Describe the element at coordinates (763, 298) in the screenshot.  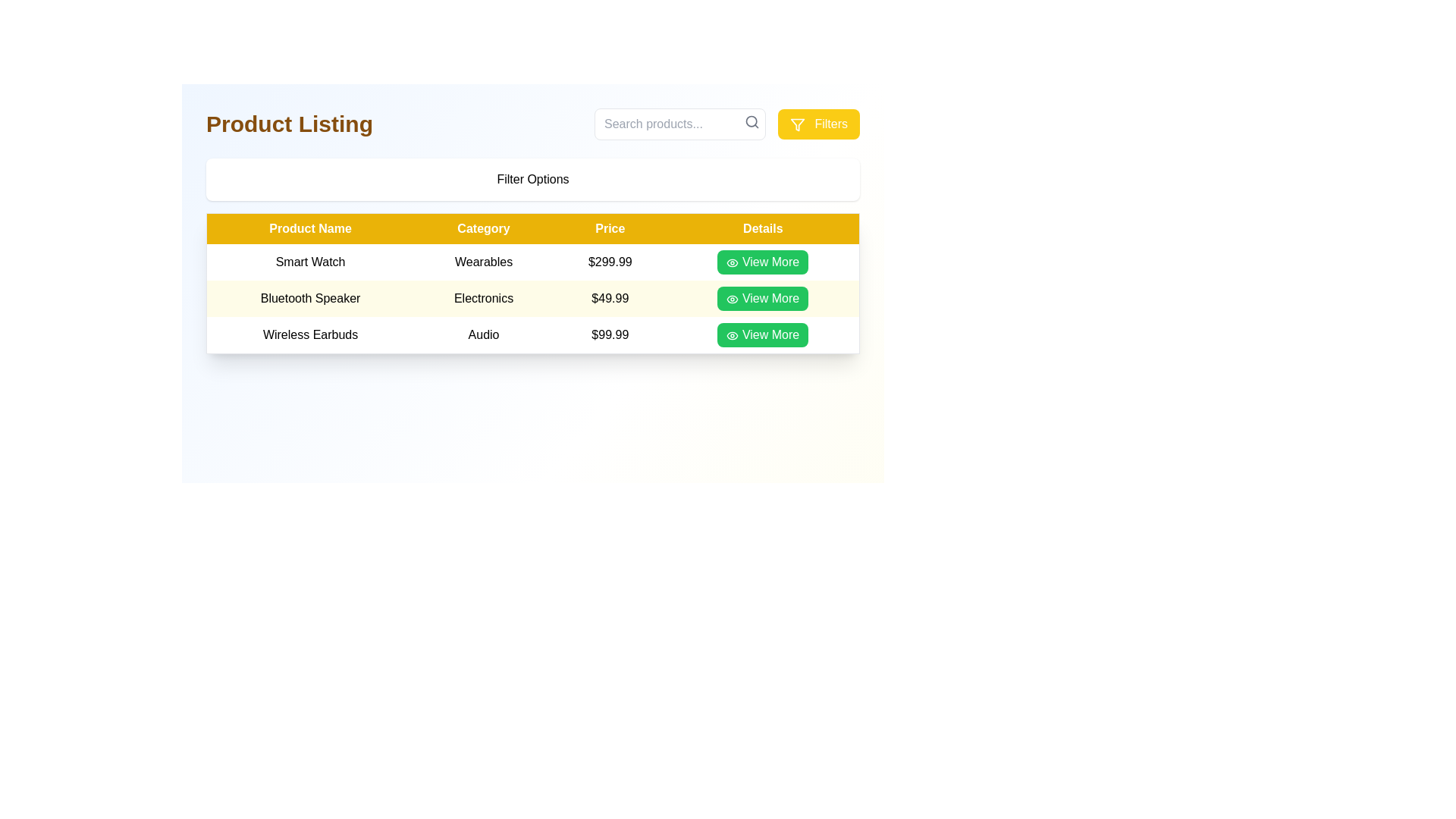
I see `keyboard navigation` at that location.